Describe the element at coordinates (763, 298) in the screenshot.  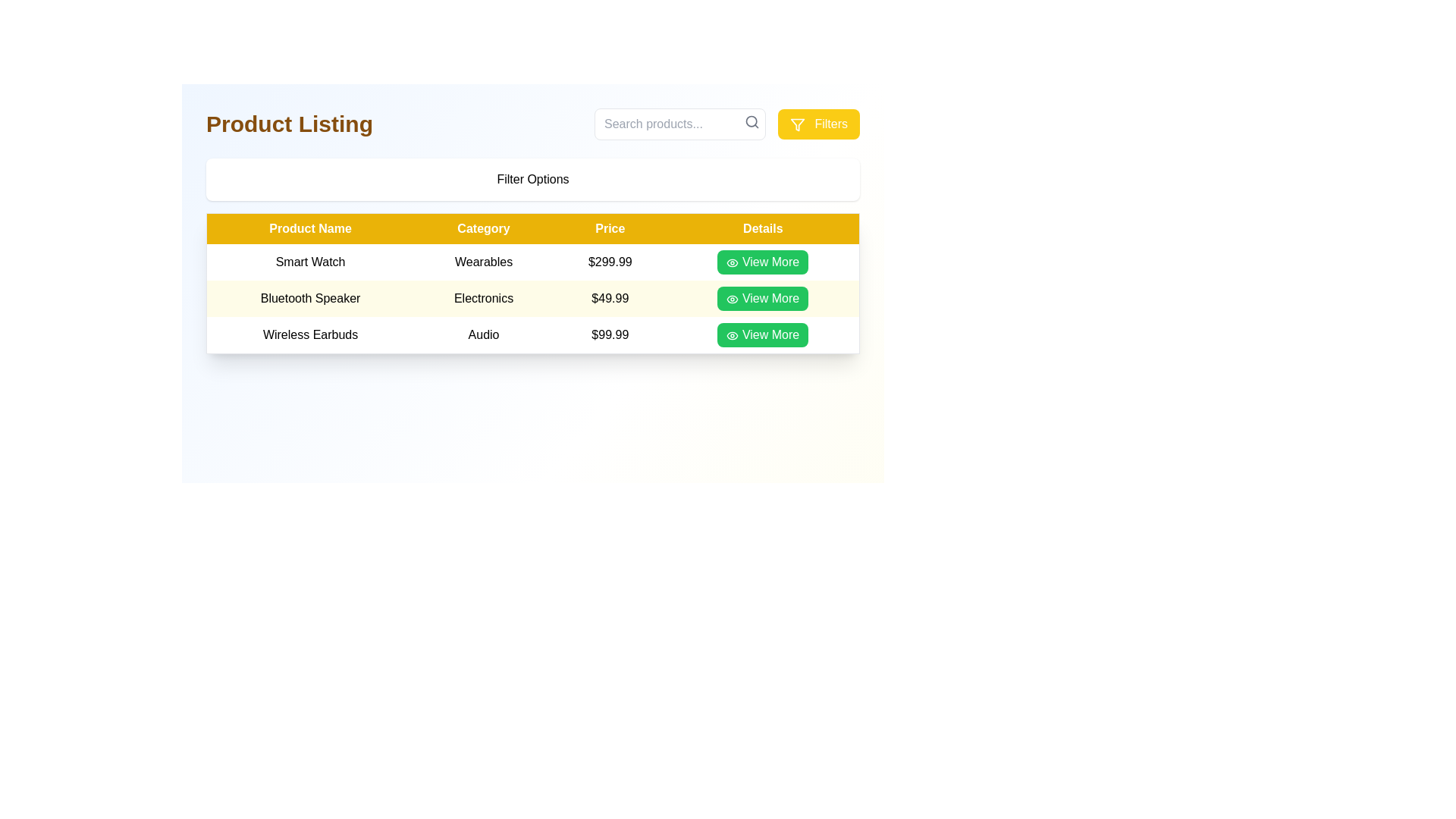
I see `keyboard navigation` at that location.